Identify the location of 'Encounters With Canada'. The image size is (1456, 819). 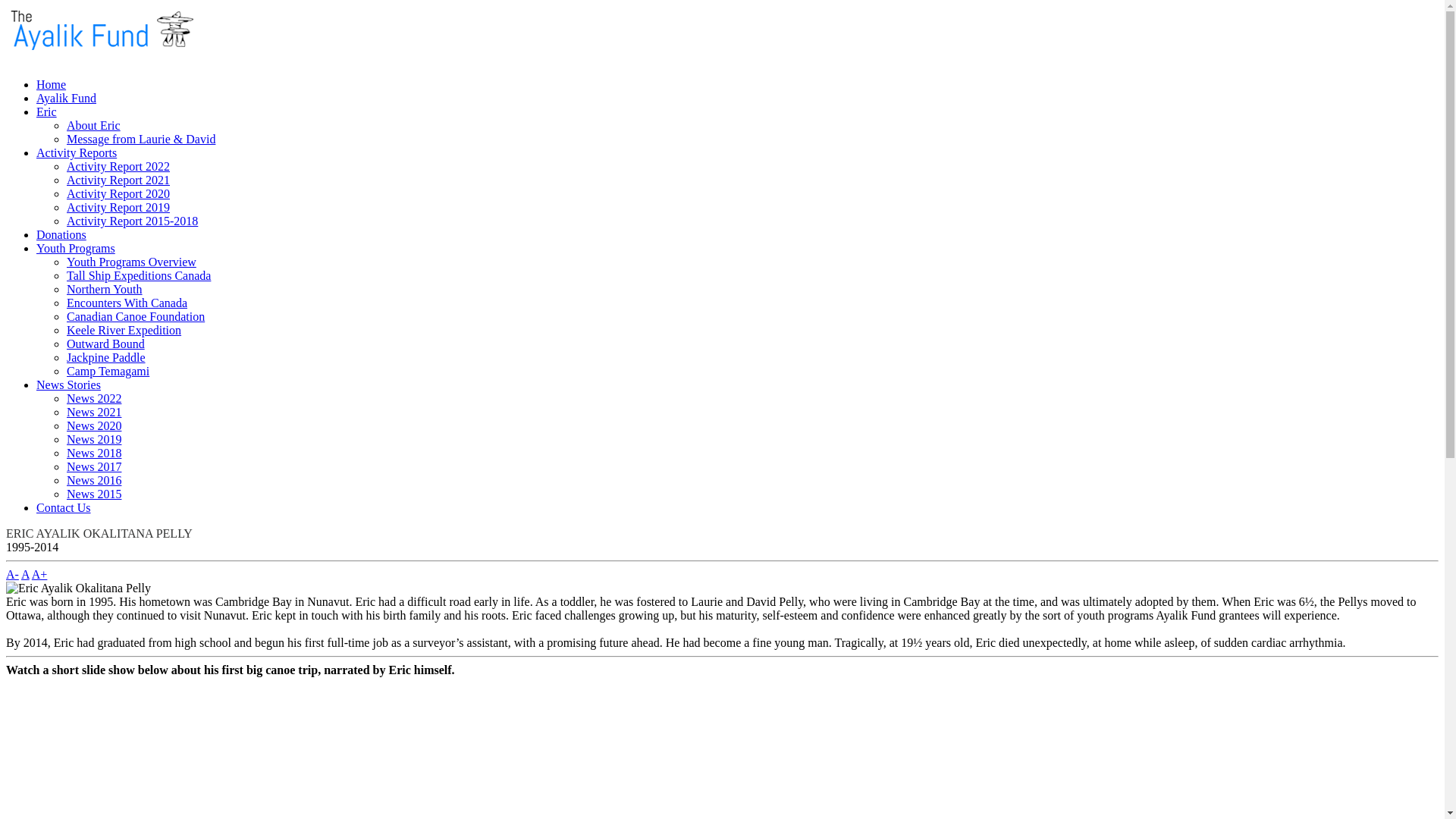
(127, 303).